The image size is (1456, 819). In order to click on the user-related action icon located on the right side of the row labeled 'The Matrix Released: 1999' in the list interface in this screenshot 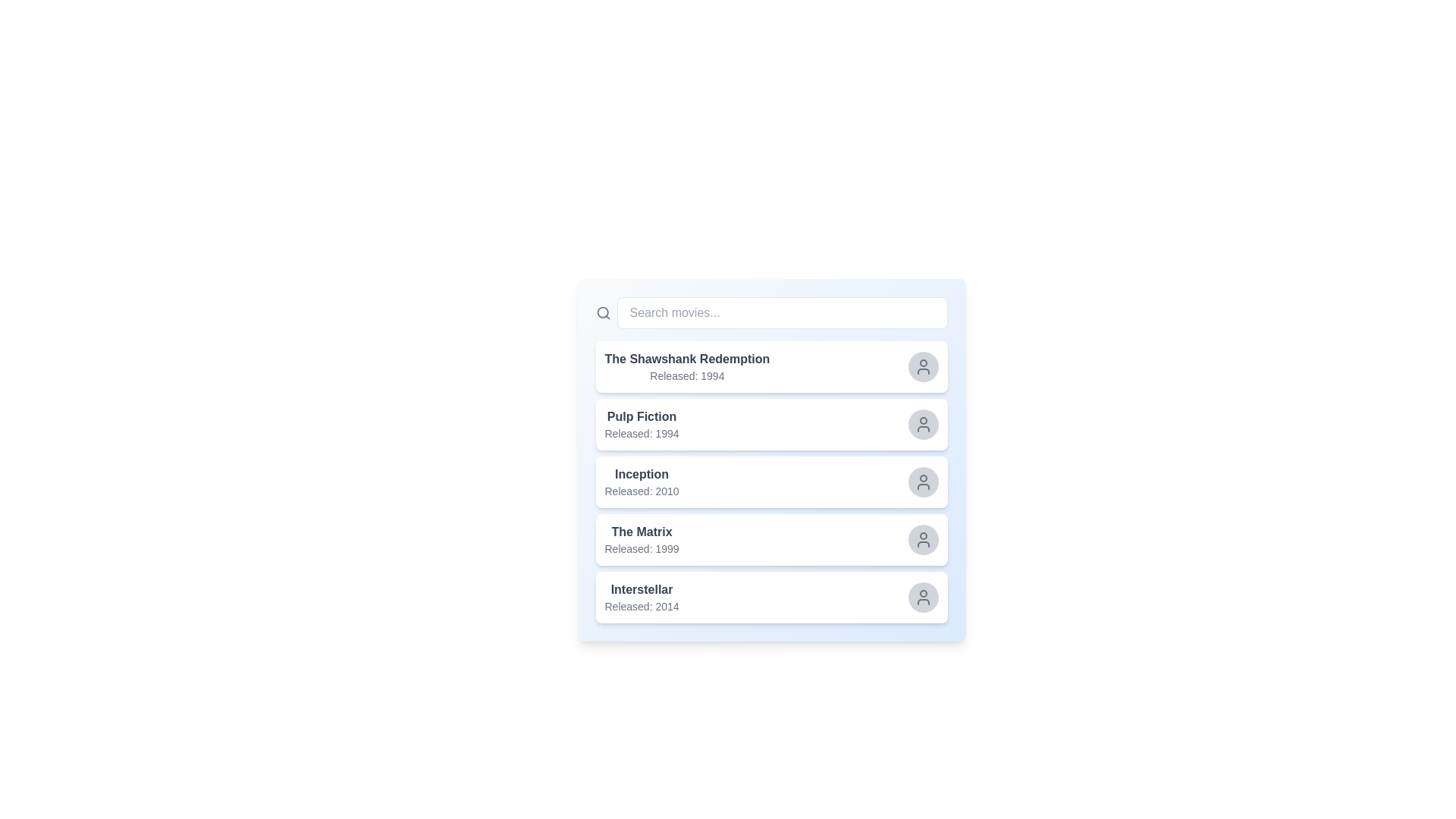, I will do `click(922, 539)`.